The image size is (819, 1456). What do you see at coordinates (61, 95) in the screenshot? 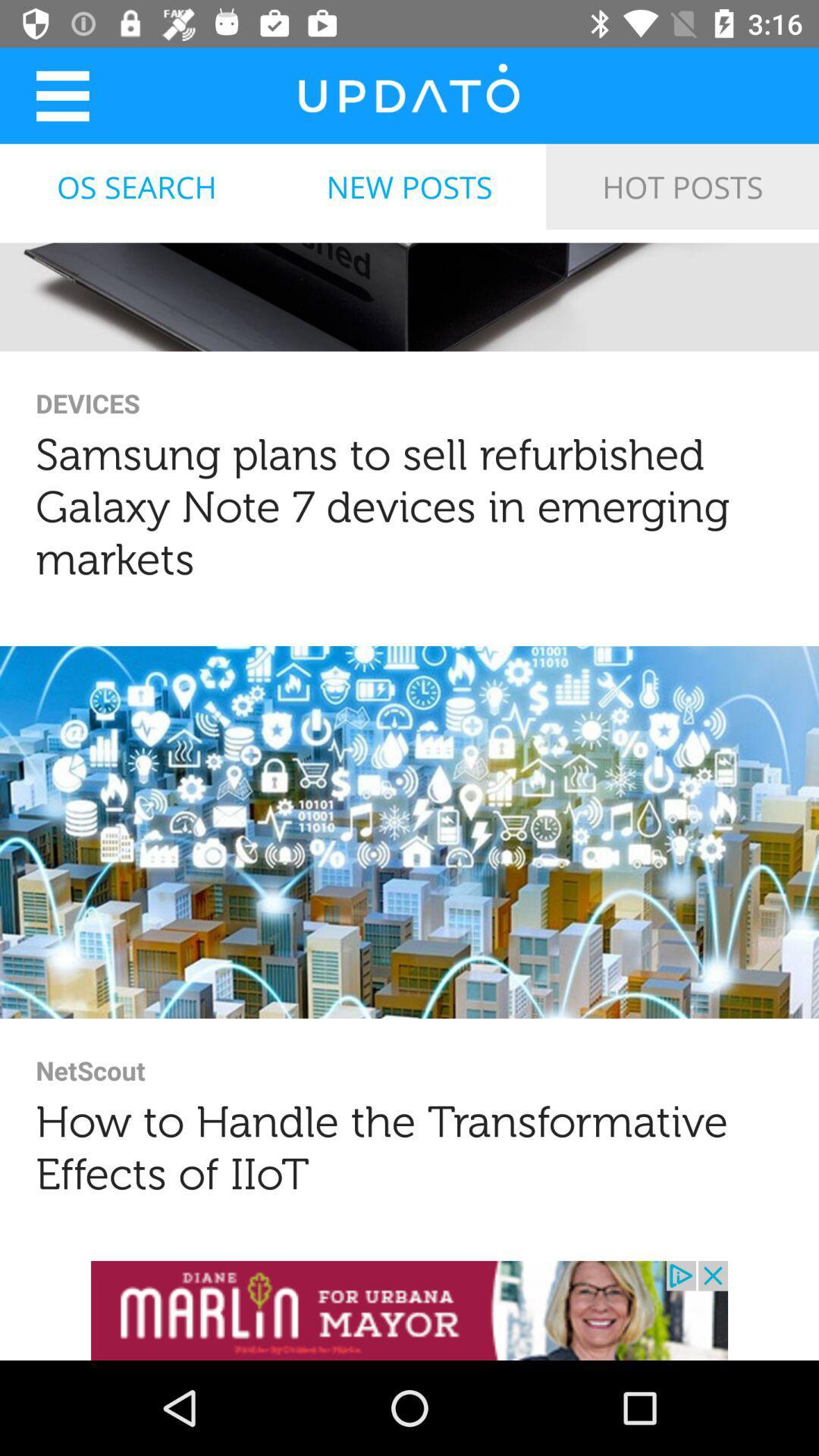
I see `option menu dropdown` at bounding box center [61, 95].